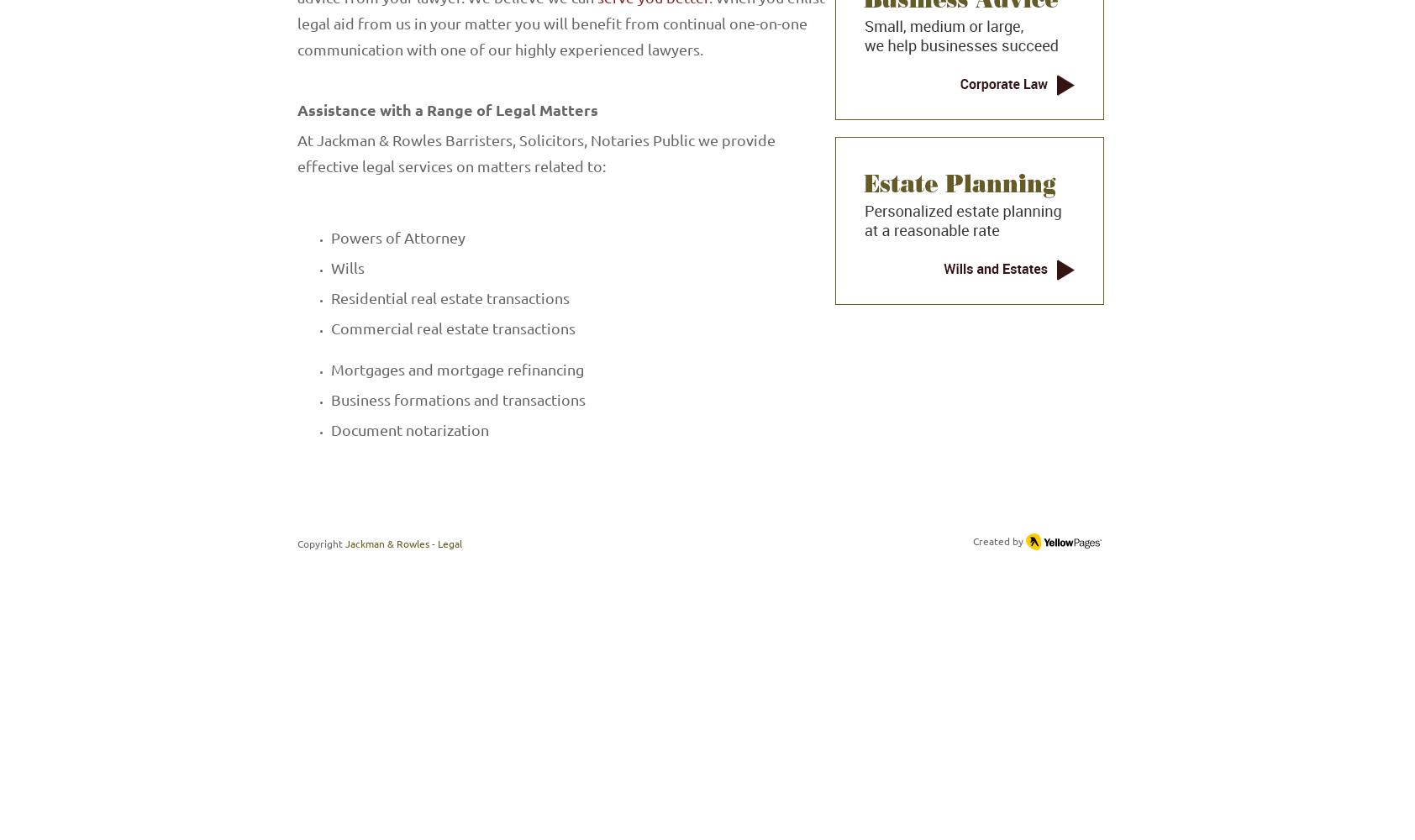 This screenshot has height=840, width=1415. What do you see at coordinates (452, 328) in the screenshot?
I see `'Commercial real estate transactions'` at bounding box center [452, 328].